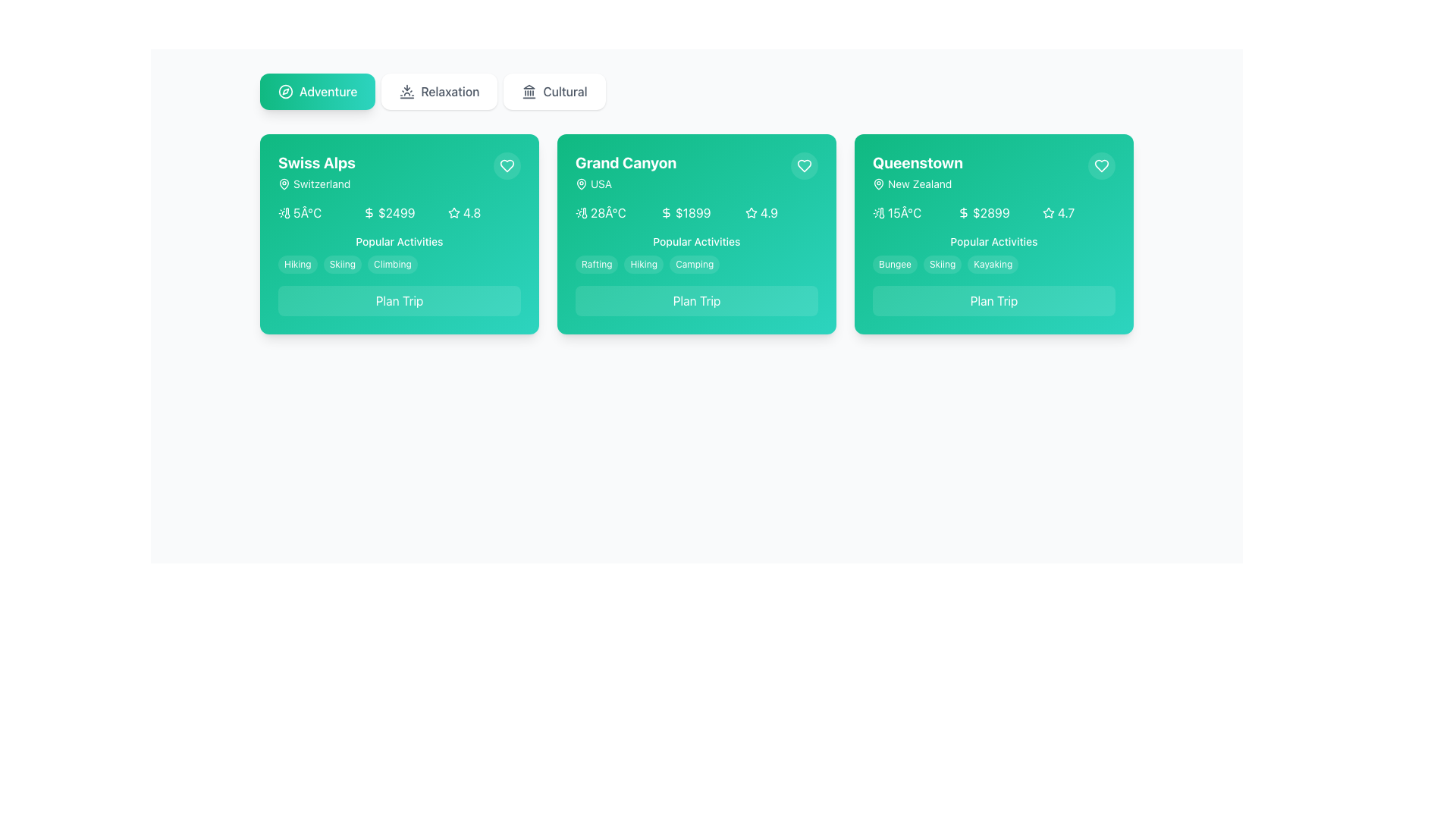 This screenshot has height=819, width=1456. Describe the element at coordinates (315, 184) in the screenshot. I see `displayed text of the Text label indicating the location of the destination 'Switzerland' in the 'Swiss Alps' card, which is positioned below the title text and next to a location icon` at that location.